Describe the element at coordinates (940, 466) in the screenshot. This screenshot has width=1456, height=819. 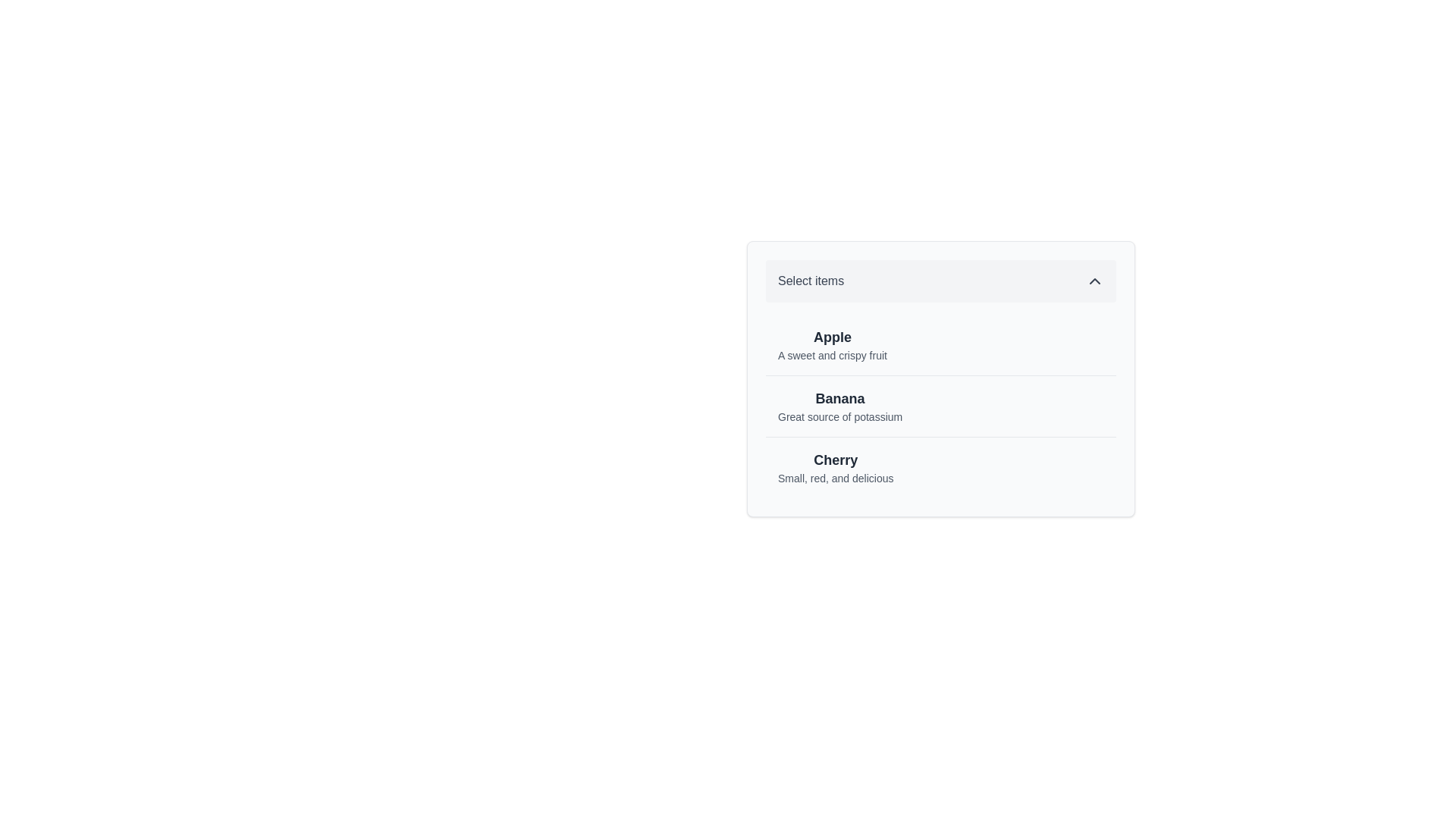
I see `the third list item in the dropdown menu that displays 'Cherry' in bold, highlighting it for selection` at that location.